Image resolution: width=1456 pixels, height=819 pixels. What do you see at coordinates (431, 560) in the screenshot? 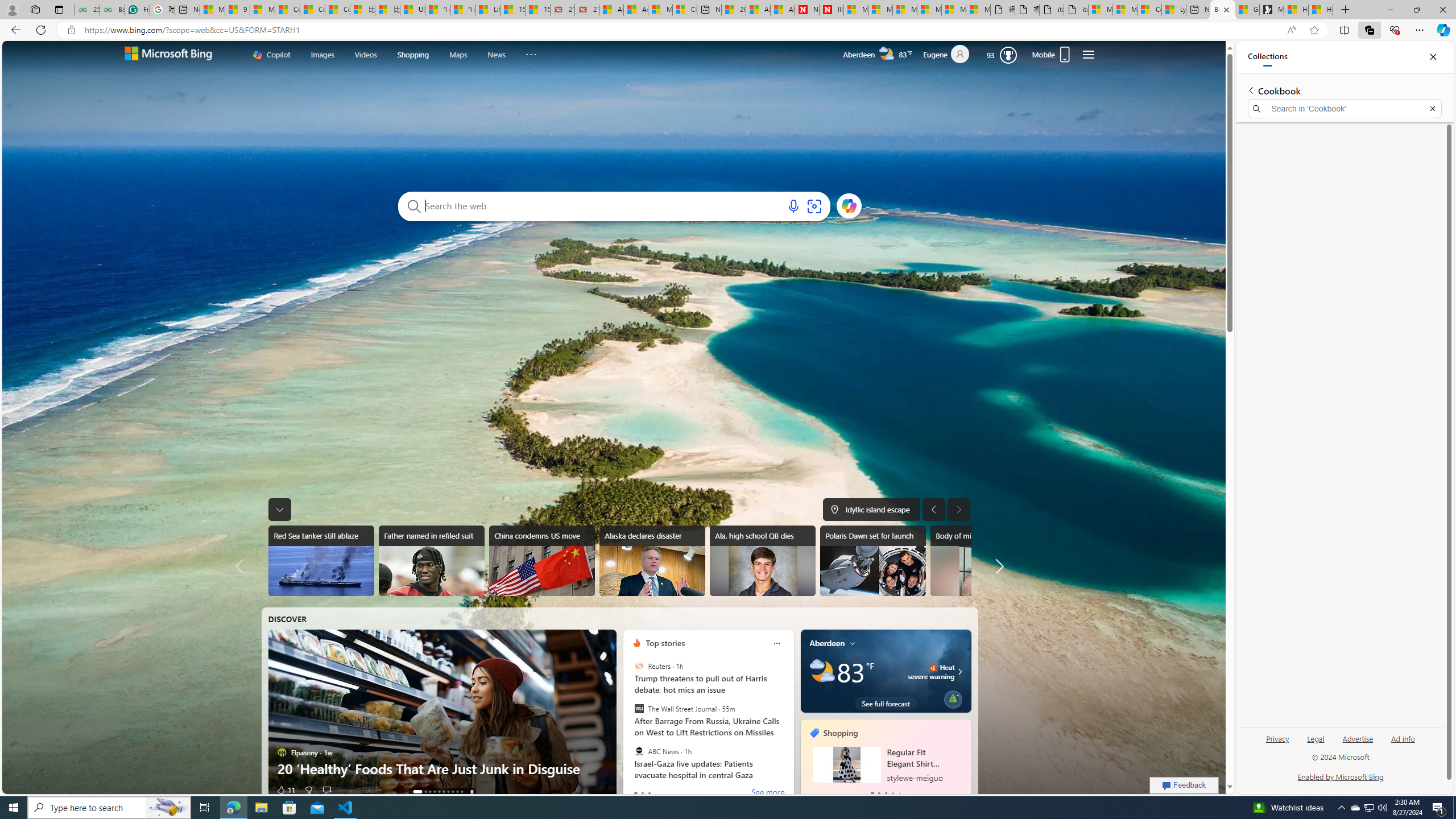
I see `'Father named in refiled suit'` at bounding box center [431, 560].